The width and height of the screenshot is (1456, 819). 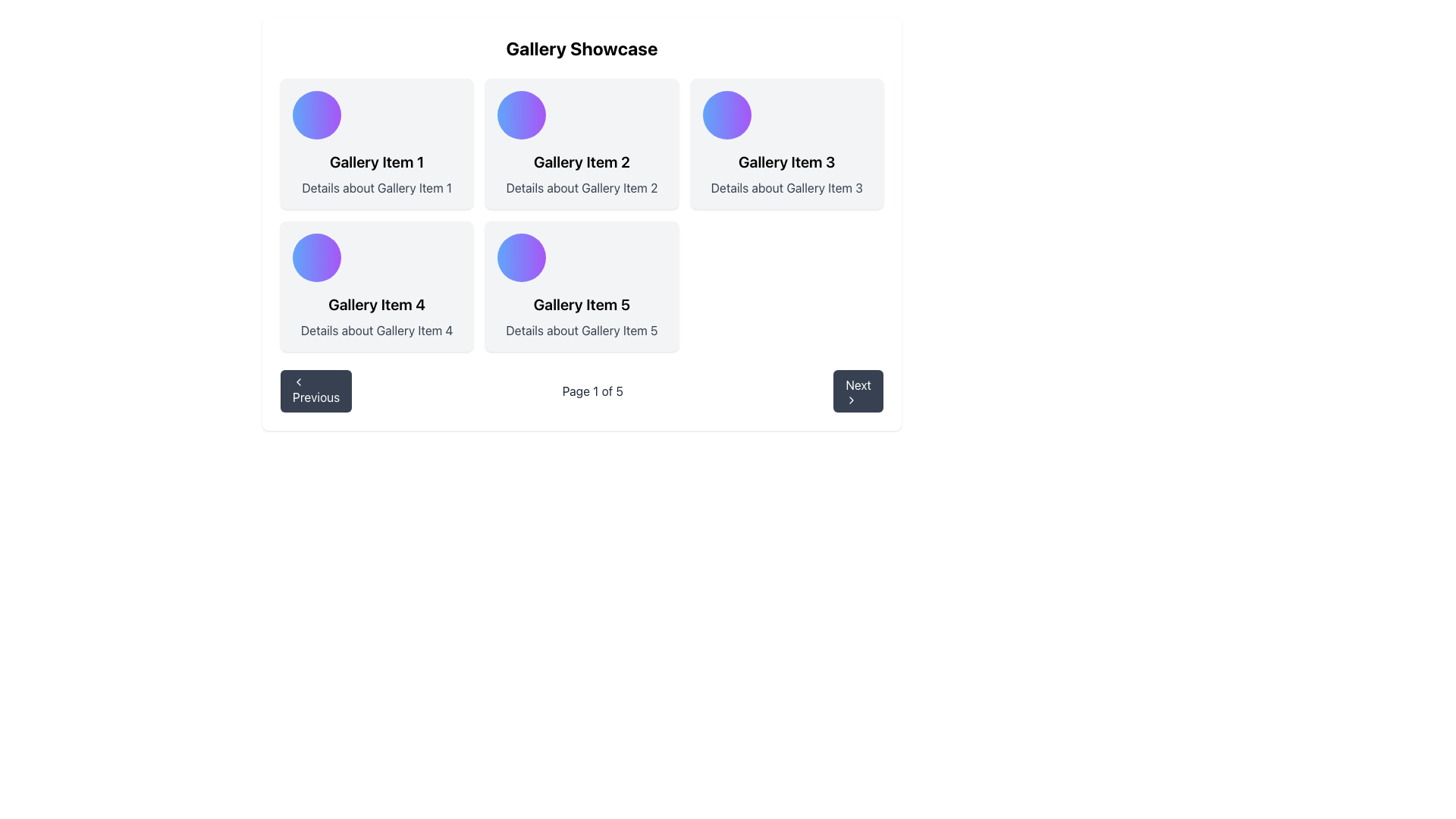 What do you see at coordinates (786, 187) in the screenshot?
I see `information displayed on the text label that shows 'Details about Gallery Item 3', located below 'Gallery Item 3' in the top-right section of the layout` at bounding box center [786, 187].